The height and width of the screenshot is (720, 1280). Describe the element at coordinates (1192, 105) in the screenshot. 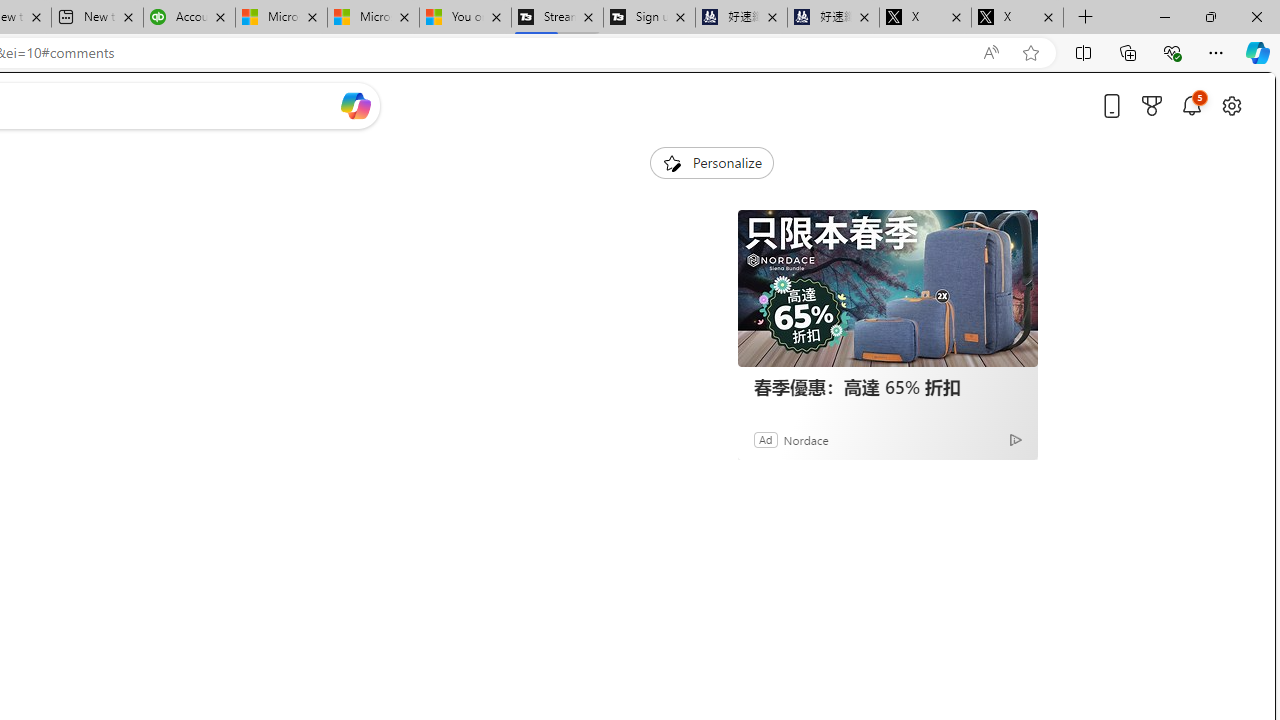

I see `'Notifications'` at that location.